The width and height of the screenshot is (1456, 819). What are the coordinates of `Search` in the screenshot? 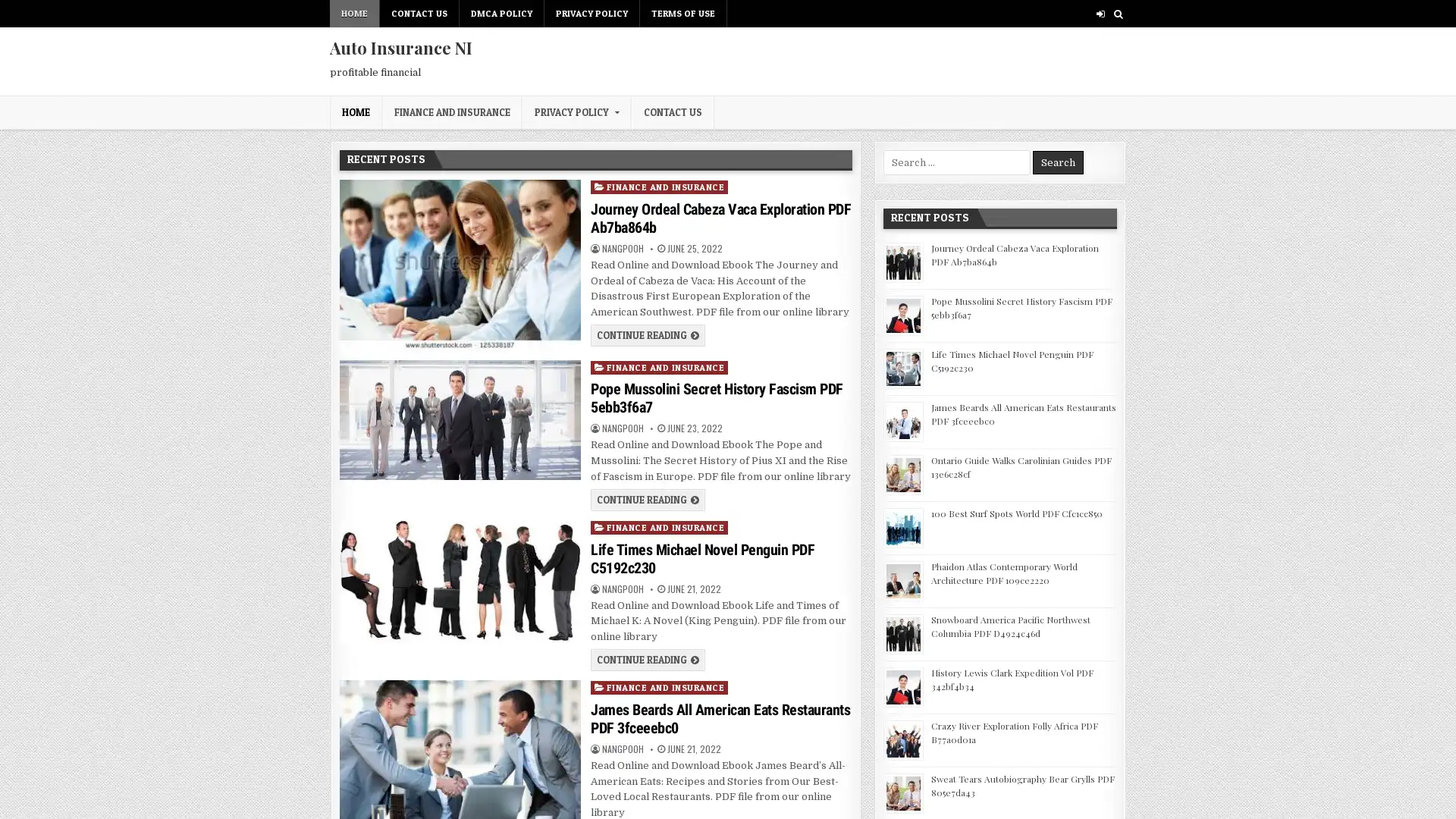 It's located at (1057, 162).